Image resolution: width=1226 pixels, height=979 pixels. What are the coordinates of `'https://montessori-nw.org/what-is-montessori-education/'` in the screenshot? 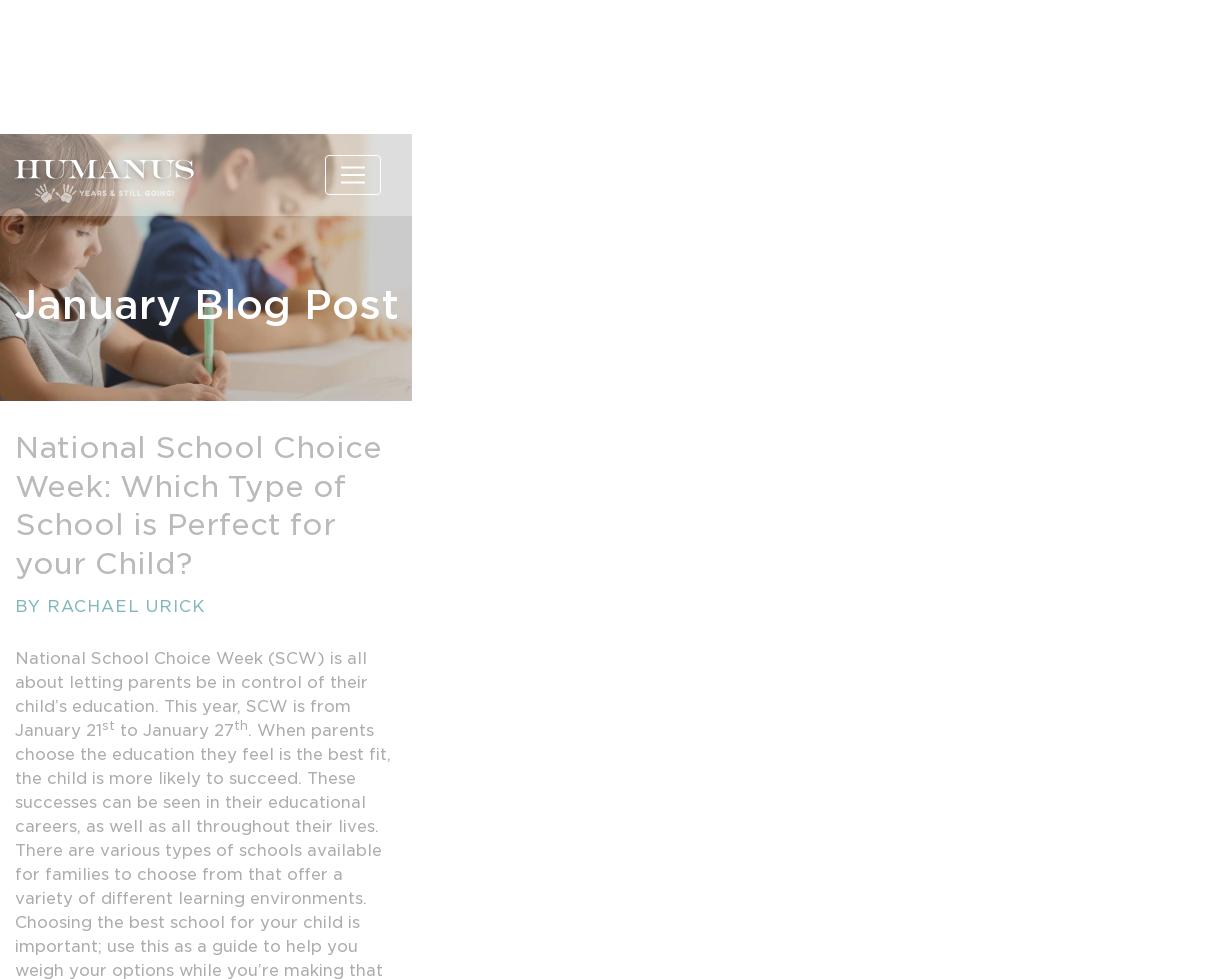 It's located at (196, 855).